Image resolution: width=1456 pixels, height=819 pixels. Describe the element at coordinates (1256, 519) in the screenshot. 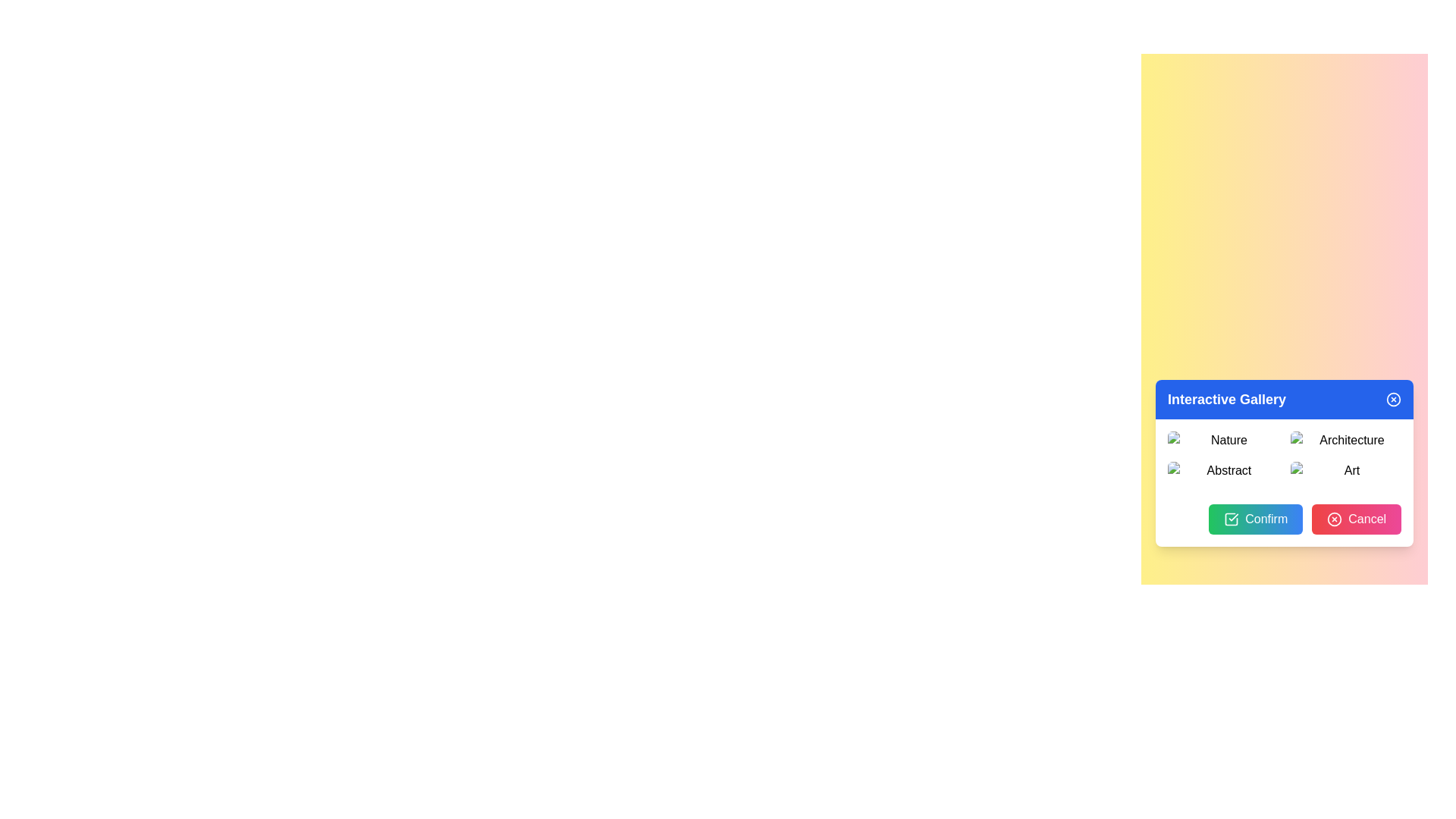

I see `the 'Confirm' button, which is a rectangular button with a gradient background from green to blue, featuring a checkmark icon and white bold text, located in the lower-right area of the modal dialog box` at that location.